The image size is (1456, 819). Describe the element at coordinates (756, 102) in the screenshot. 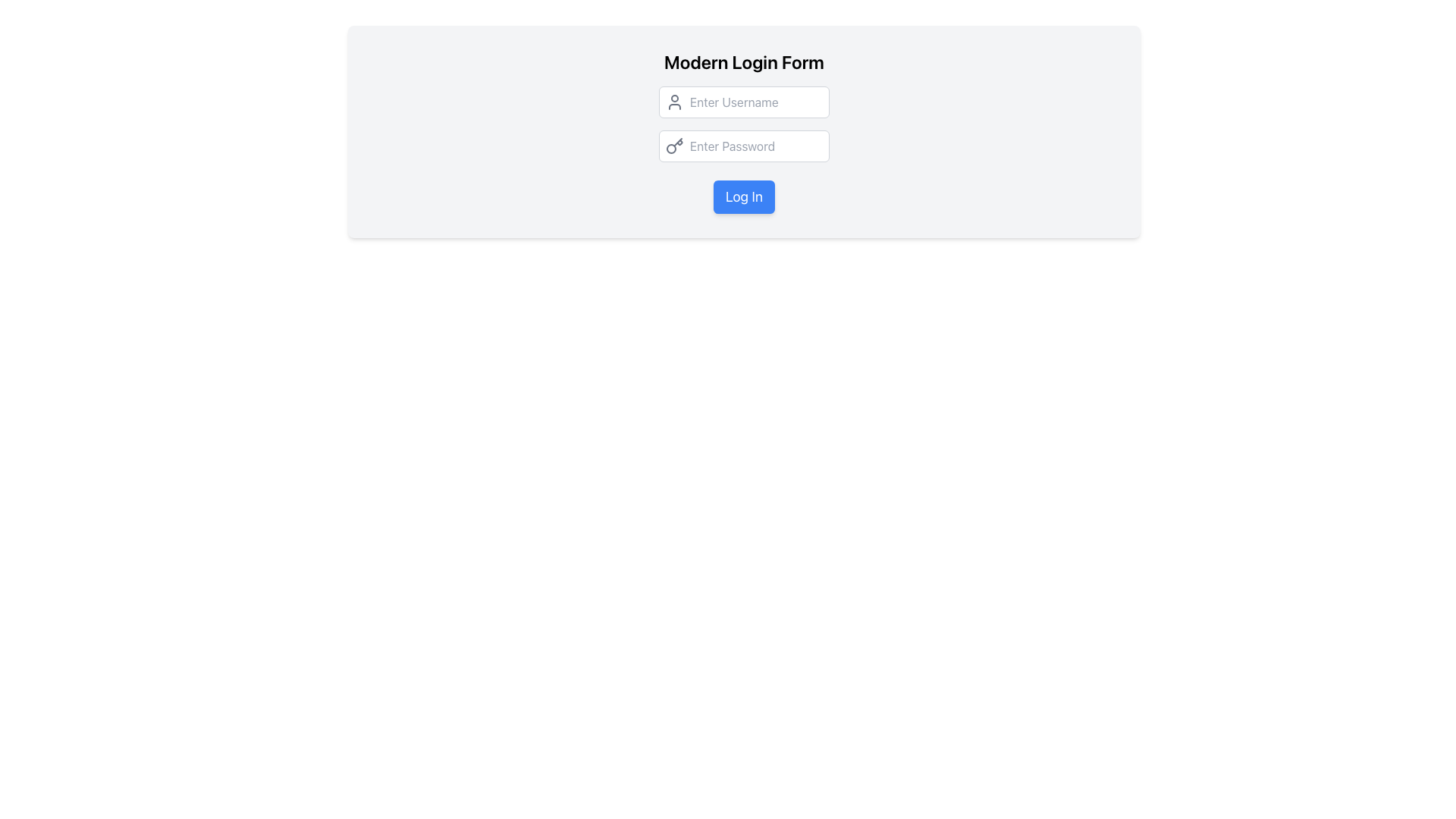

I see `the text input field for username entry, which has rounded edges and a placeholder text 'Enter Username', located slightly below the header of the login form` at that location.